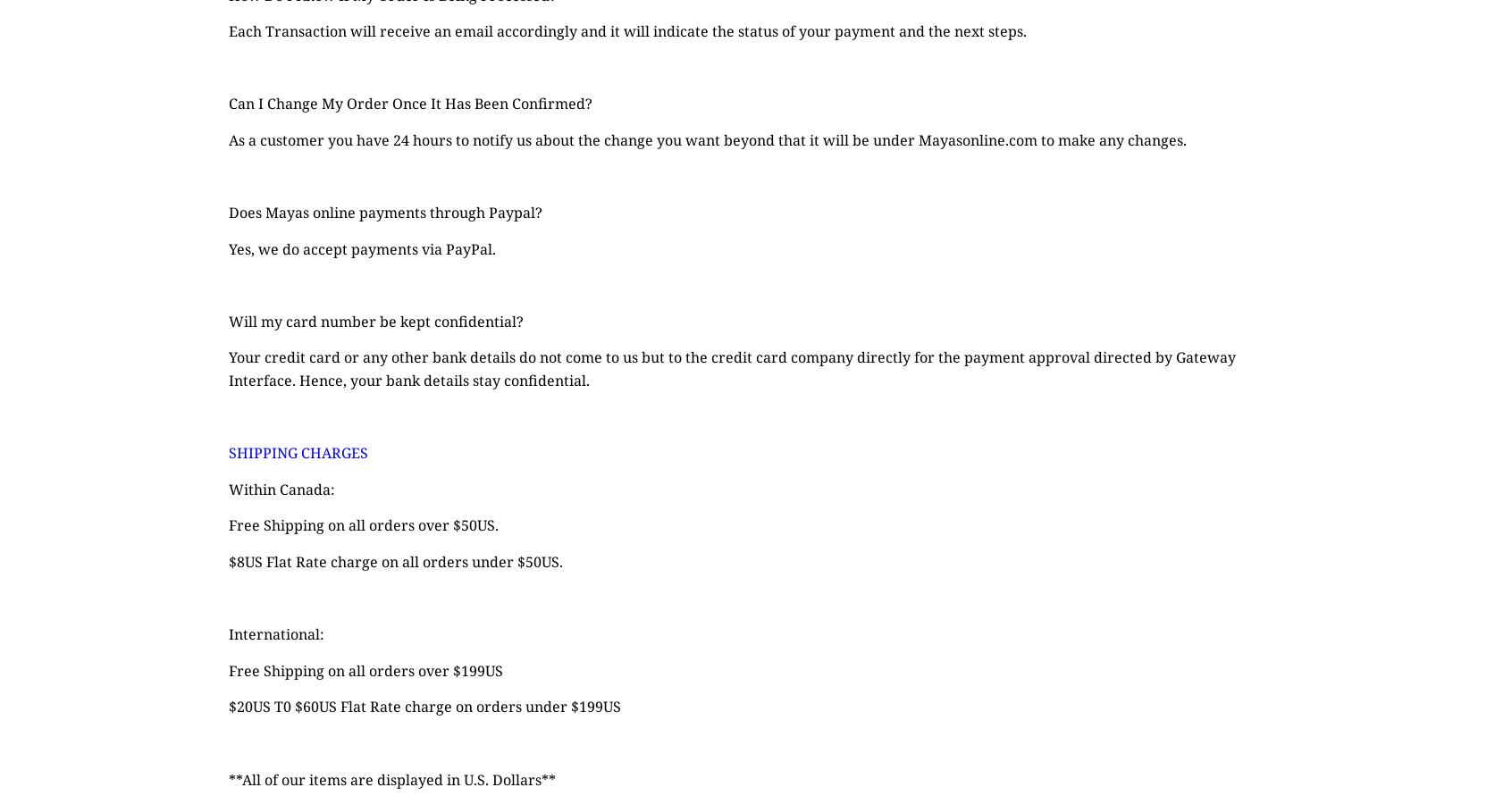  I want to click on 'Free Shipping on all orders over $199US', so click(228, 668).